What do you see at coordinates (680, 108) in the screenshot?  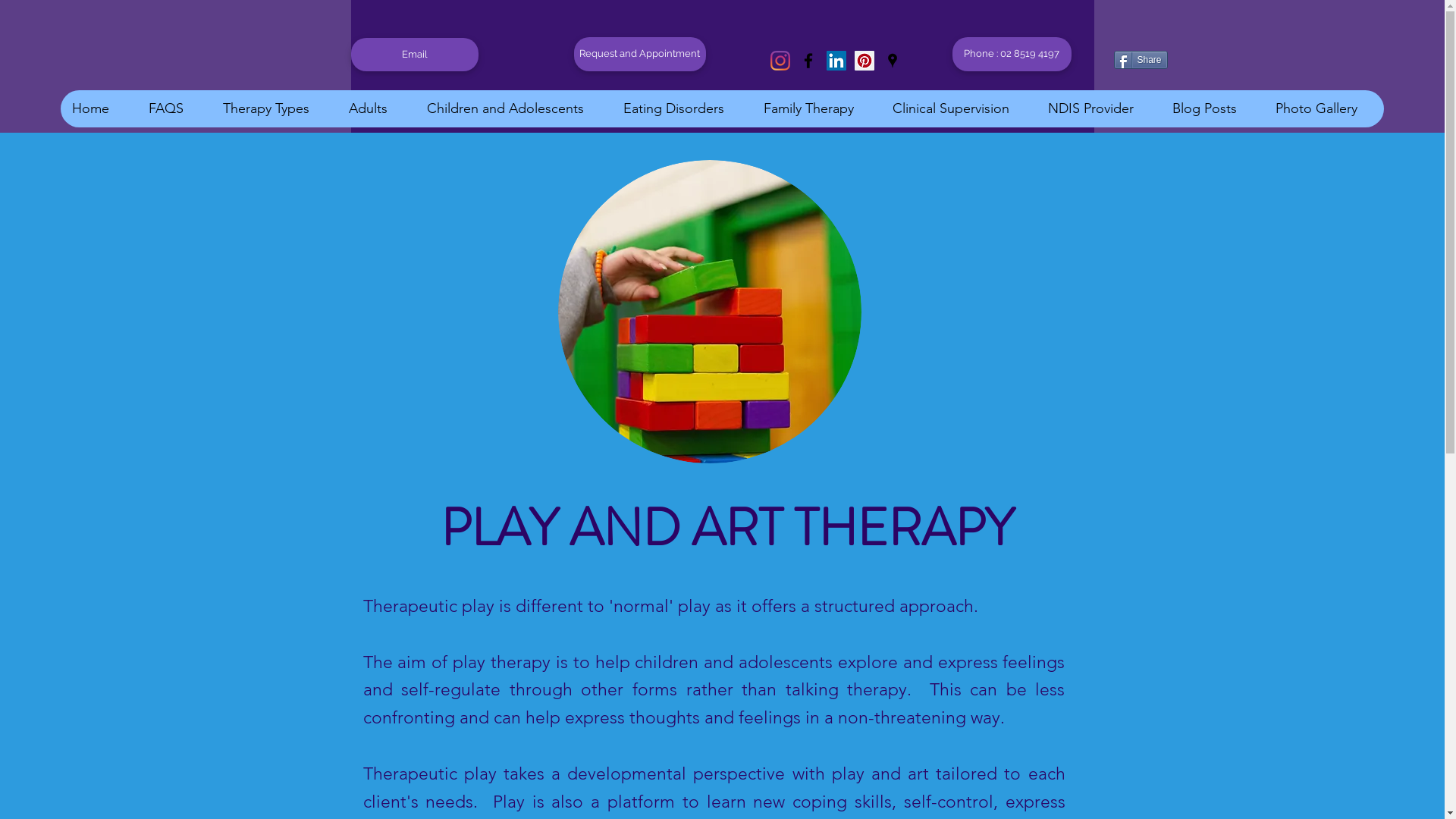 I see `'Eating Disorders'` at bounding box center [680, 108].